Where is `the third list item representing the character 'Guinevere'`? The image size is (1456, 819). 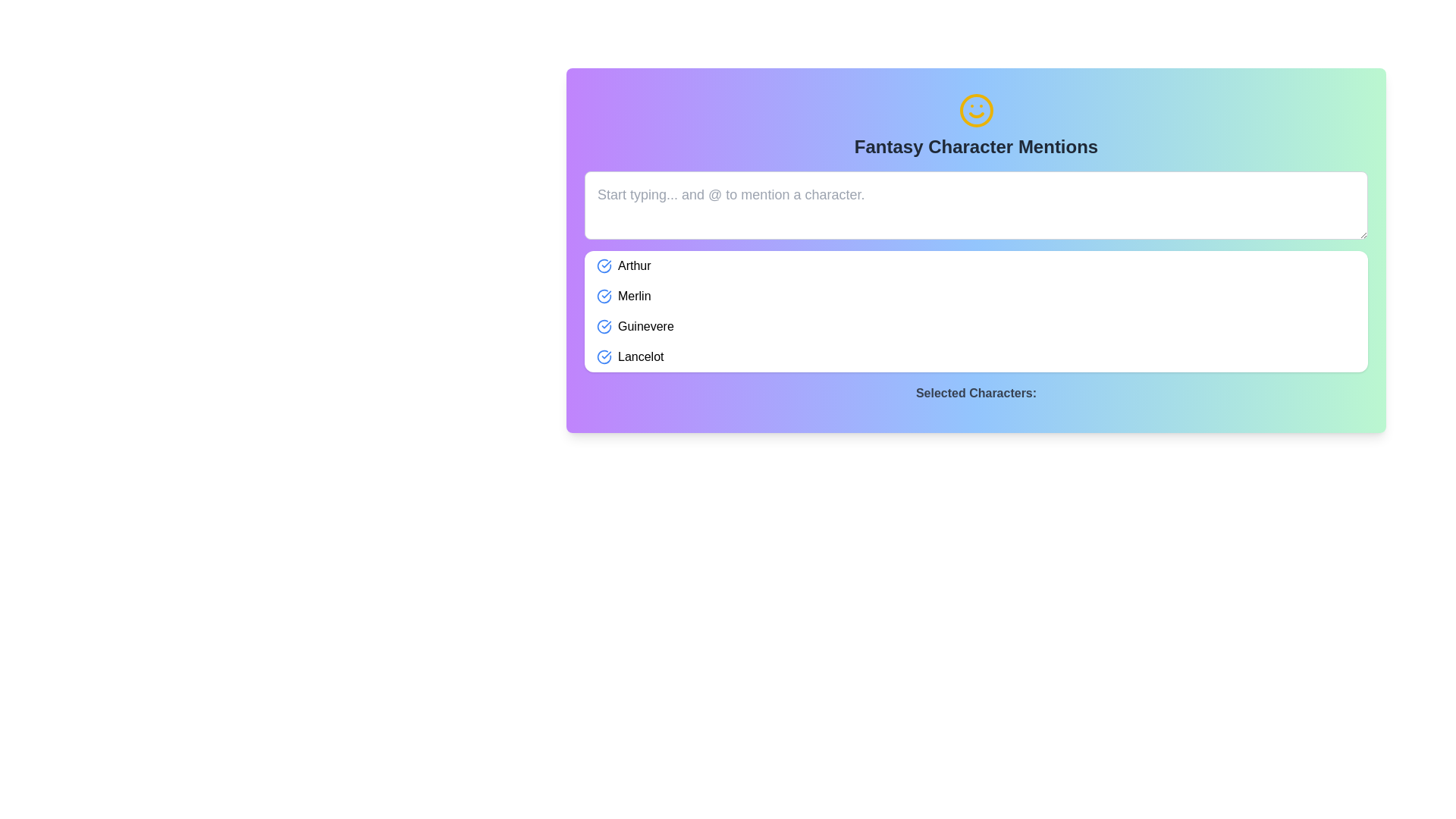
the third list item representing the character 'Guinevere' is located at coordinates (976, 326).